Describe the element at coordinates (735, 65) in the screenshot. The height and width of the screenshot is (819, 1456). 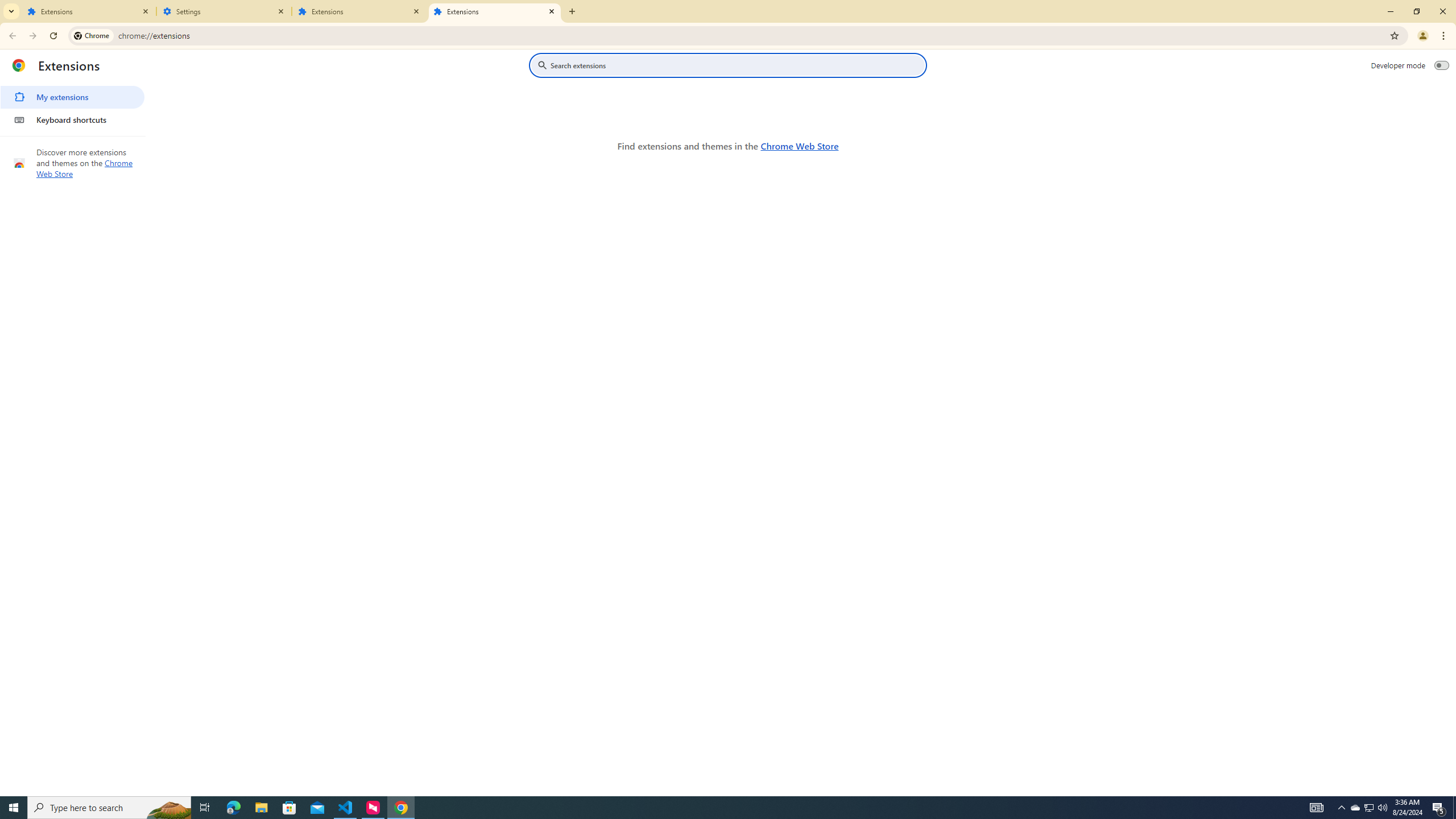
I see `'Search extensions'` at that location.